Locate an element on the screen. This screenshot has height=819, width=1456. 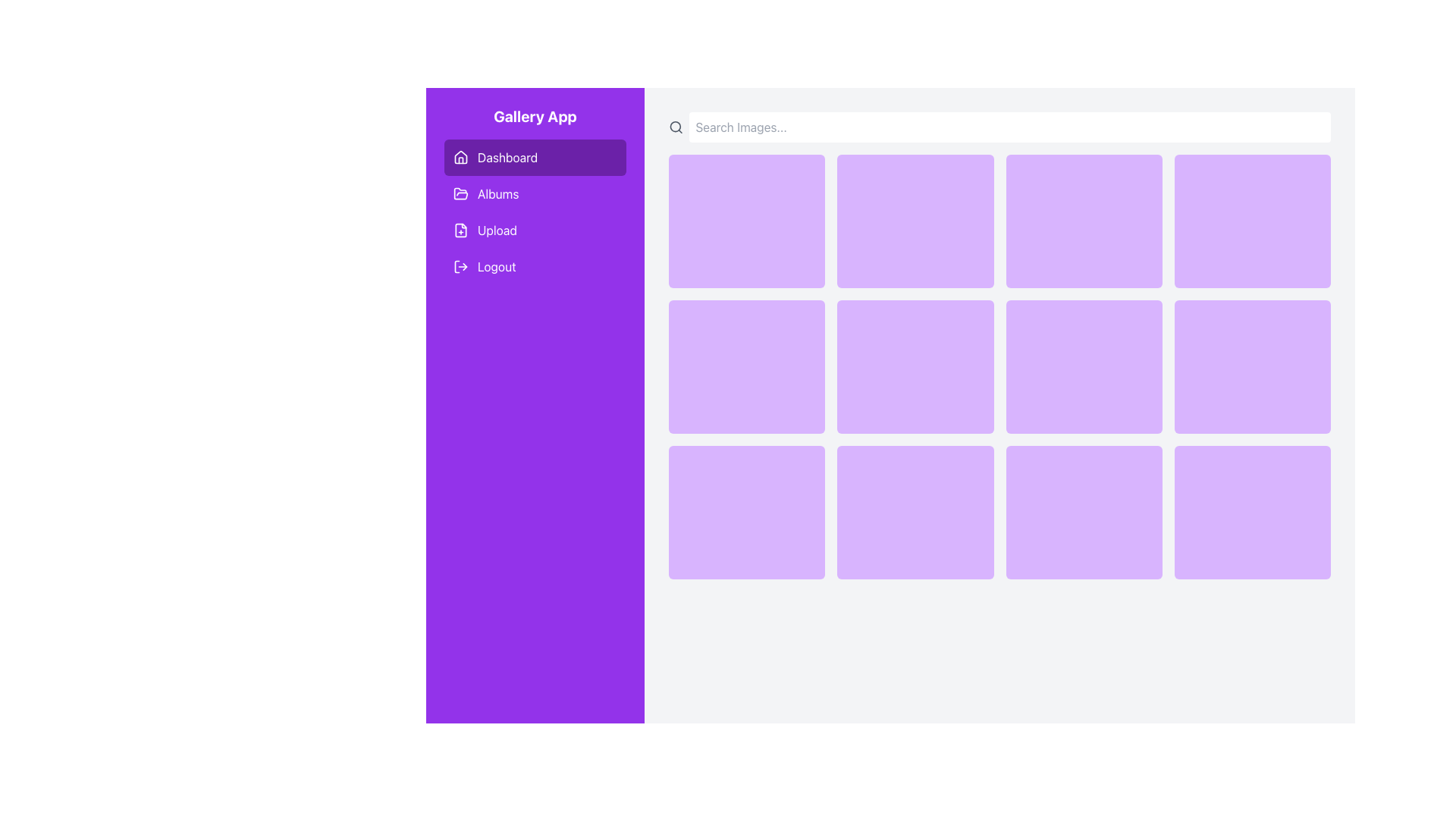
the decorative tile in the bottom-middle section of the grid, specifically in the second column of the third row, which is a square-shaped tile with rounded corners and a light purple background is located at coordinates (915, 512).